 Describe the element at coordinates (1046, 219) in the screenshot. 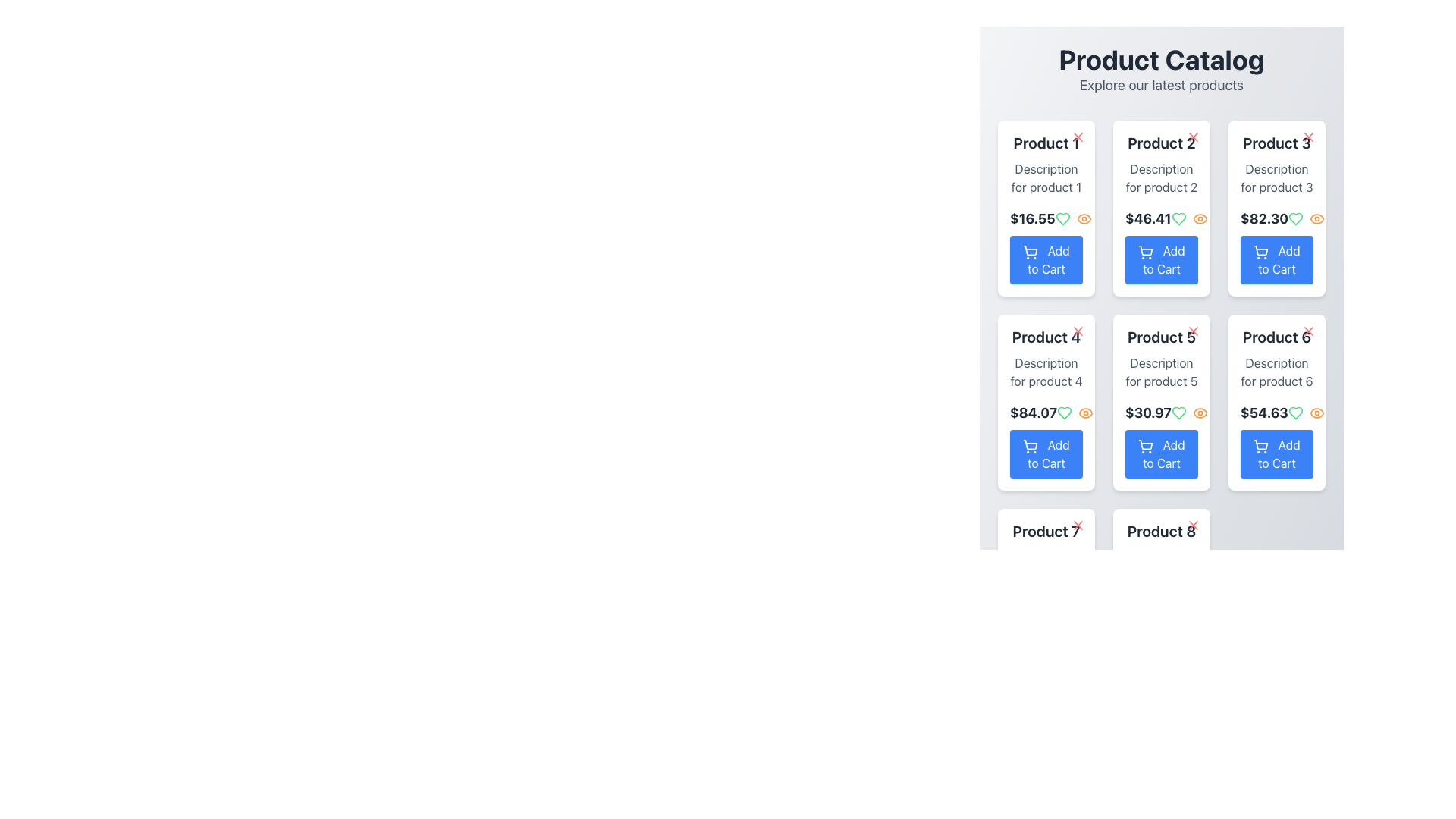

I see `price information from the Text Label located in the first product card, just below the description text and above the 'Add to Cart' button, aligned to the left` at that location.